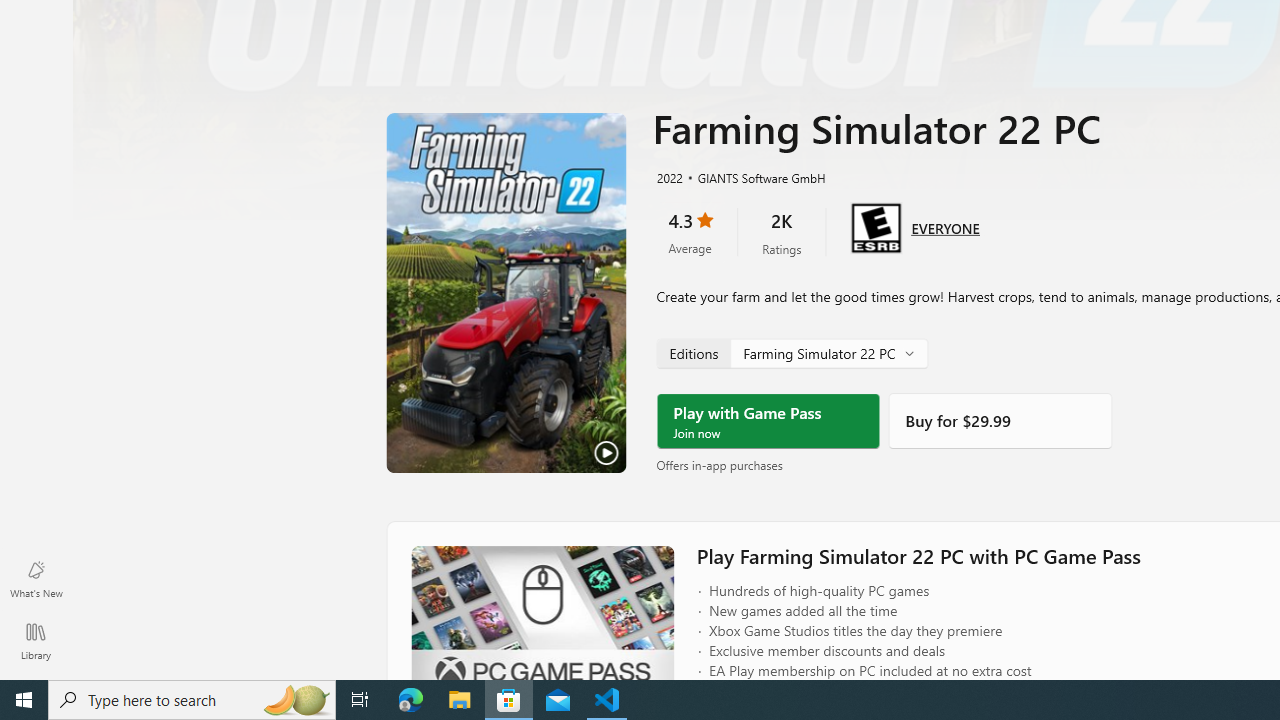 The image size is (1280, 720). I want to click on 'Play with Game Pass', so click(767, 420).